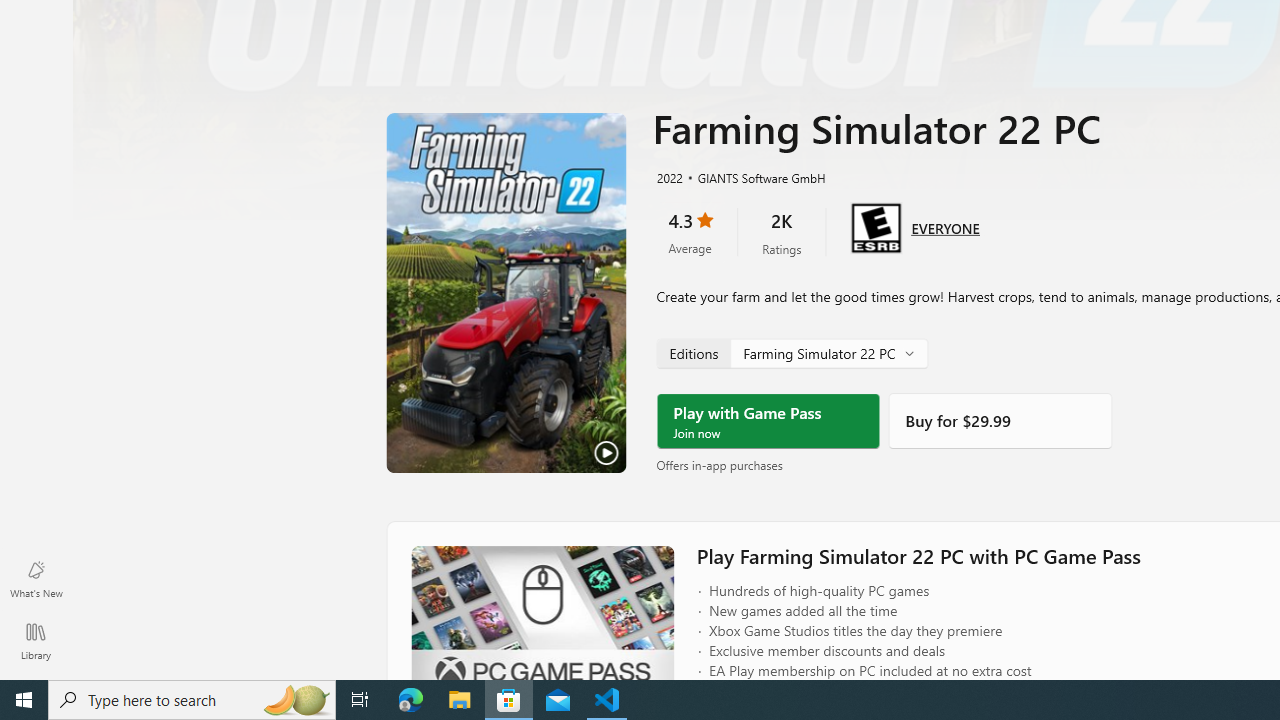 The image size is (1280, 720). I want to click on 'Play with Game Pass', so click(767, 420).